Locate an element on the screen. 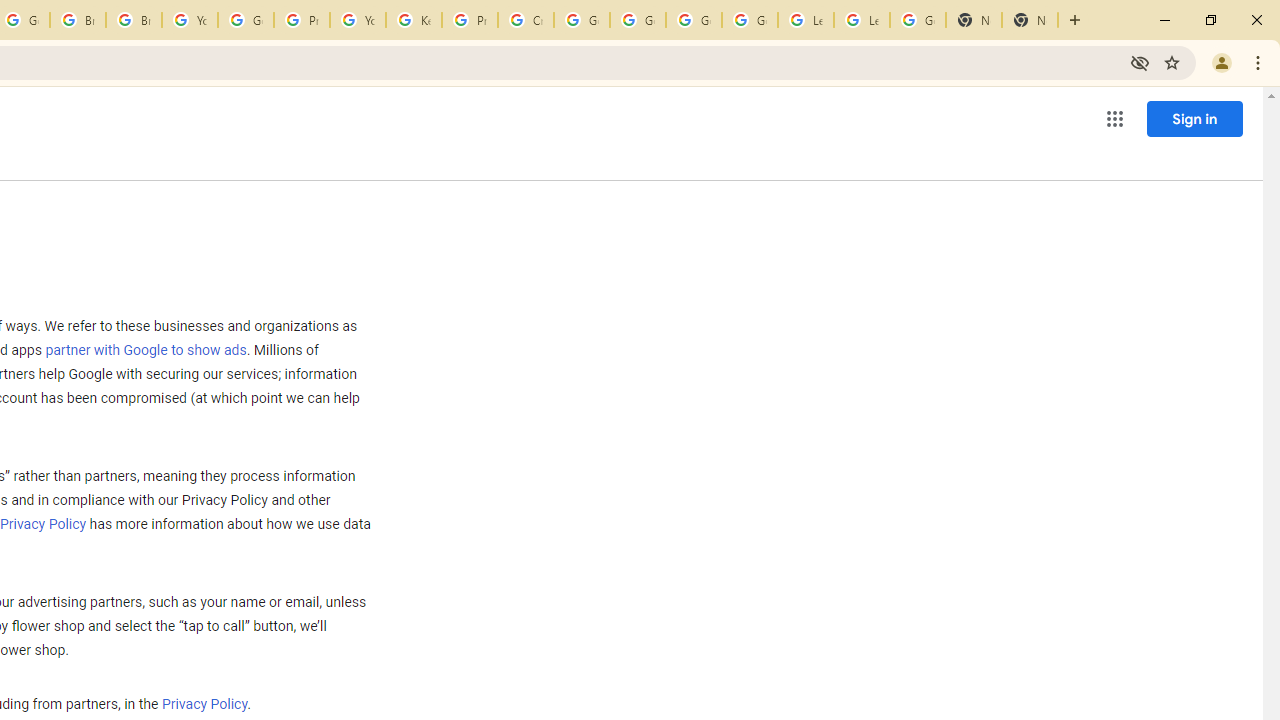 The width and height of the screenshot is (1280, 720). 'Google Account Help' is located at coordinates (244, 20).